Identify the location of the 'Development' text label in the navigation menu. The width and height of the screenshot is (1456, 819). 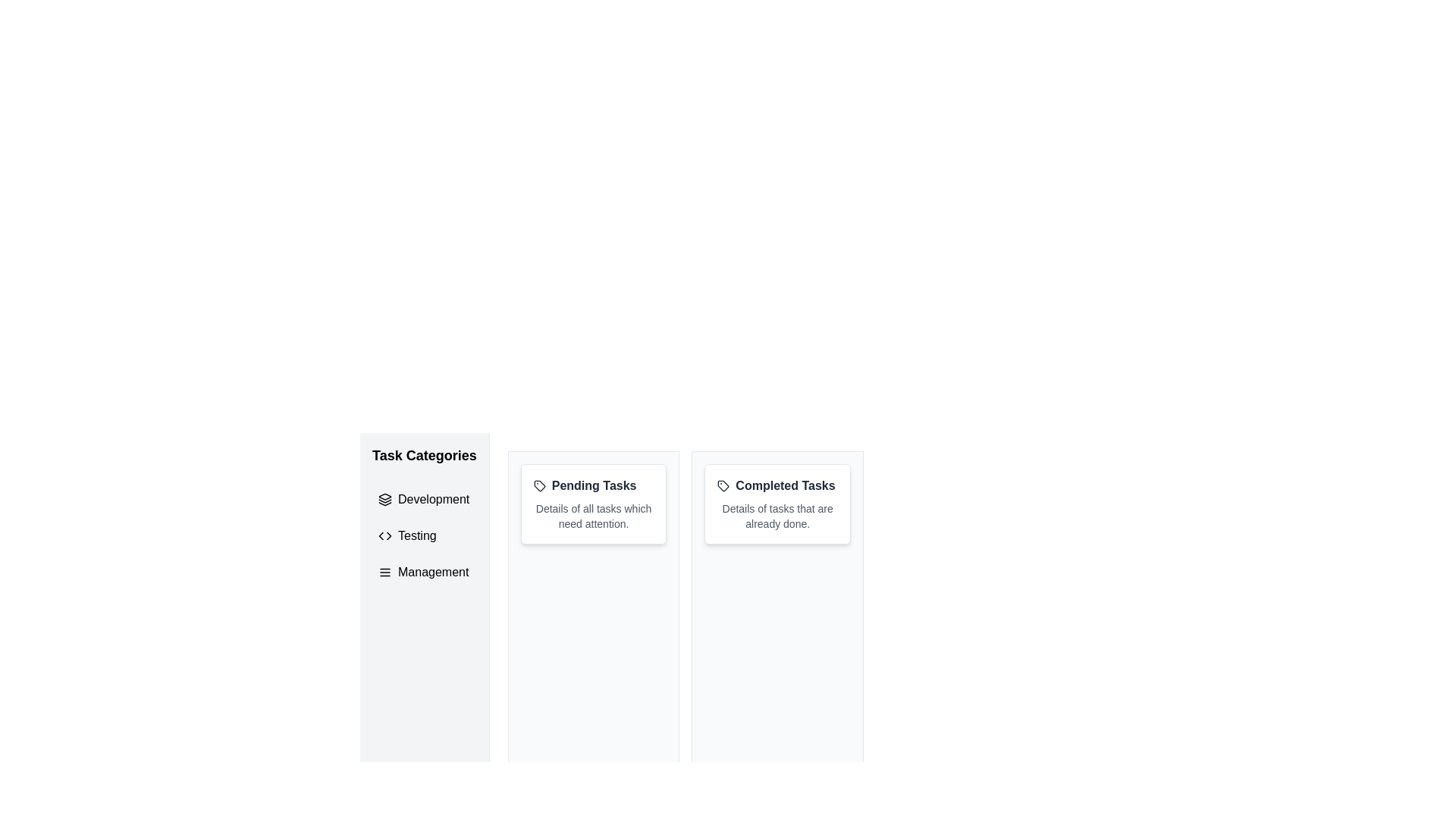
(432, 500).